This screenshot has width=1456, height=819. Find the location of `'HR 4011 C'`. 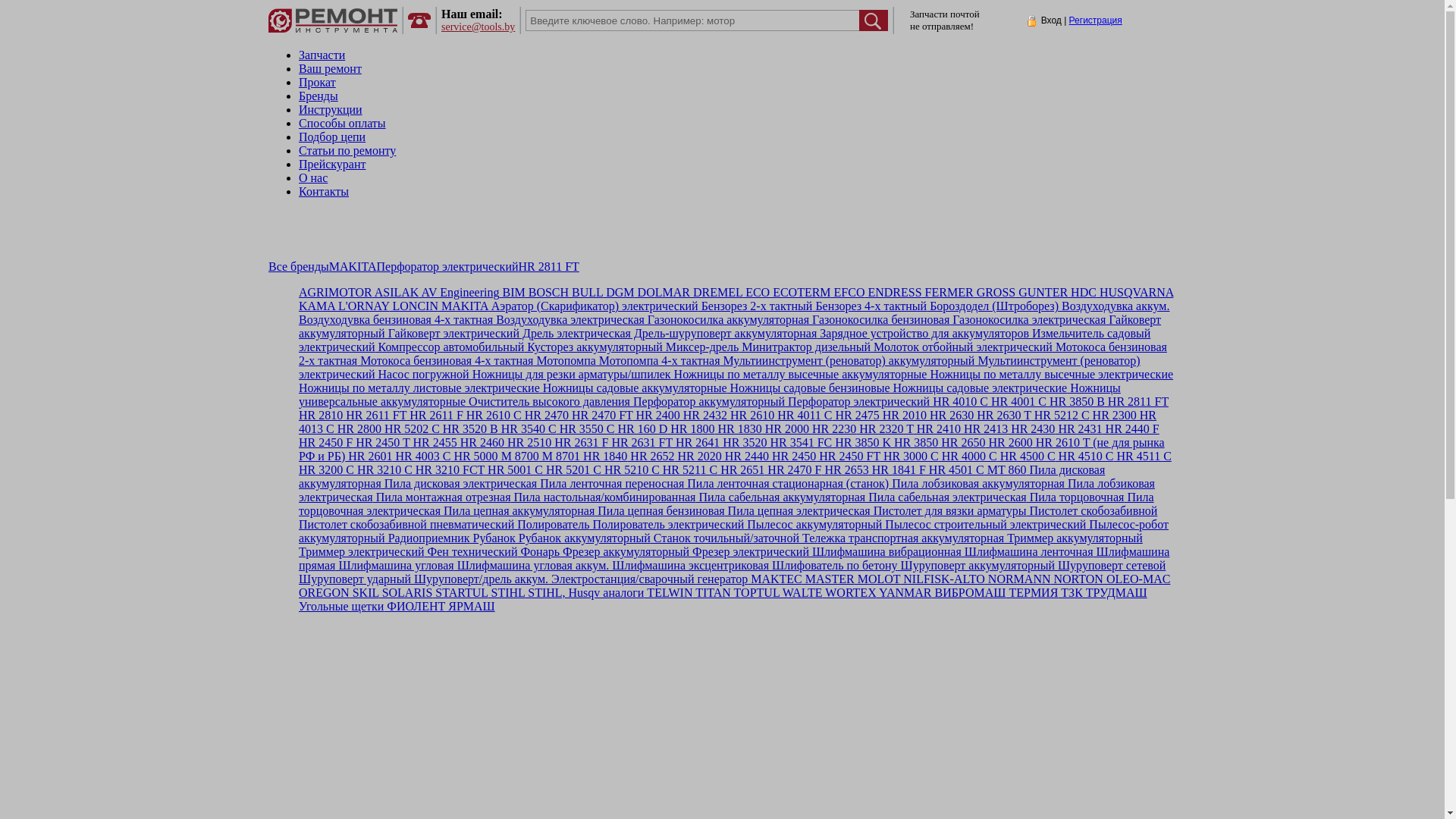

'HR 4011 C' is located at coordinates (802, 415).